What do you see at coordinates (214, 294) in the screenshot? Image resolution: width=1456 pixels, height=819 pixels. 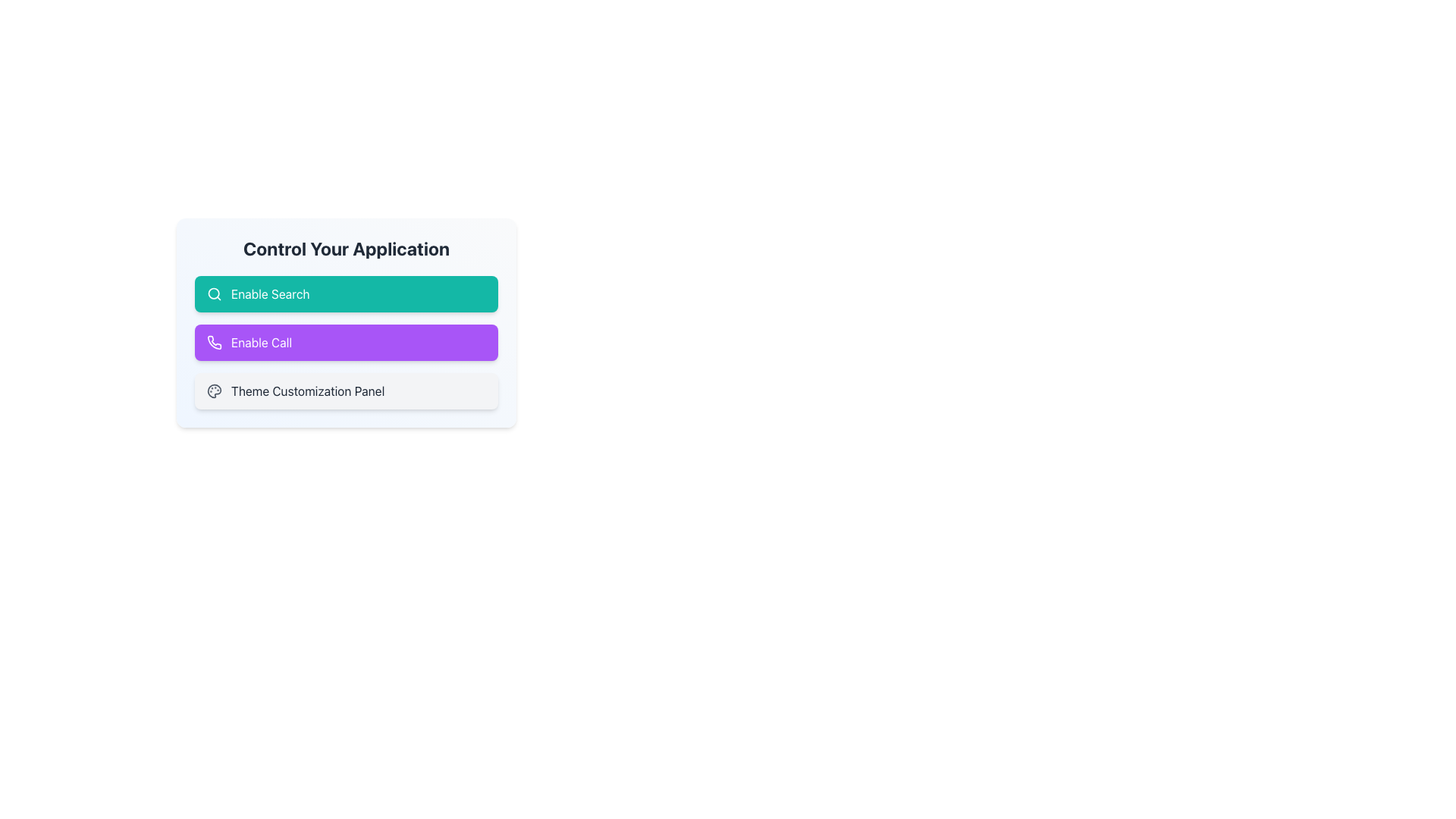 I see `the magnifying glass icon representing the search function, located adjacent to the text 'Enable Search'` at bounding box center [214, 294].